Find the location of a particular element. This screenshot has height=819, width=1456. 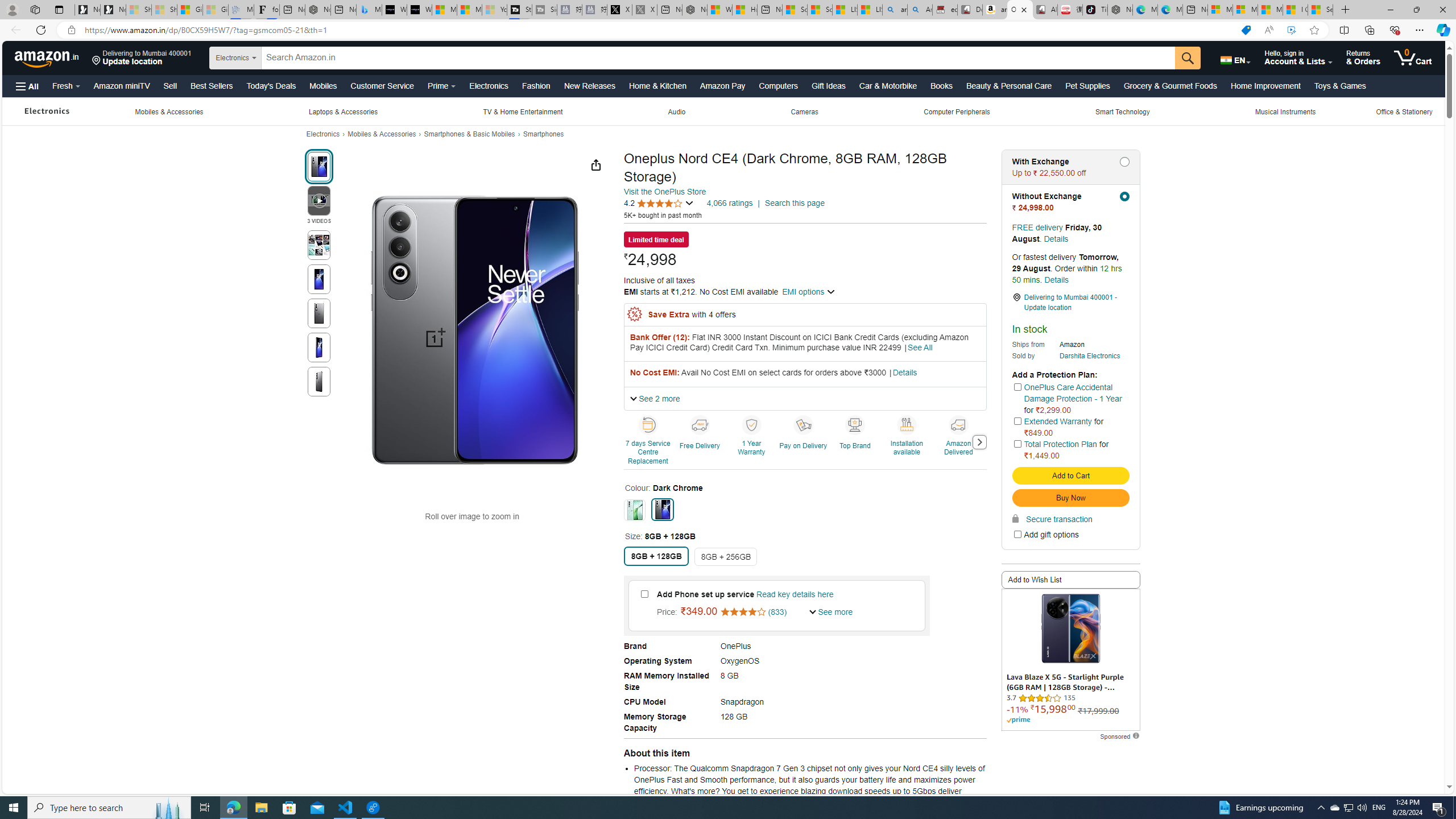

'Smartphones & Basic Mobiles' is located at coordinates (469, 134).